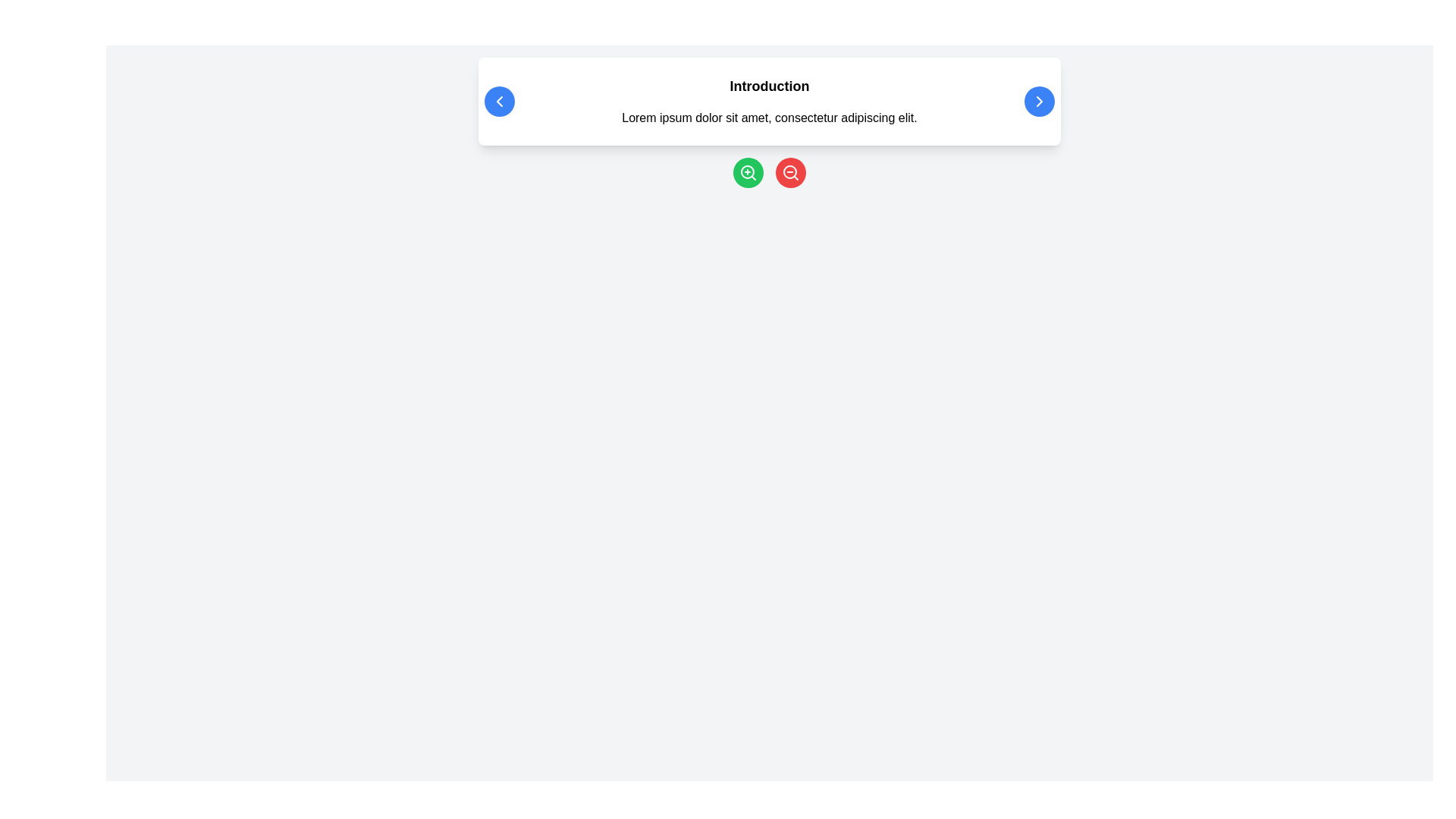  What do you see at coordinates (748, 171) in the screenshot?
I see `the zoom-in icon button, which features a magnifying glass with a plus sign in a circular green button, located in the lower center of the interface` at bounding box center [748, 171].